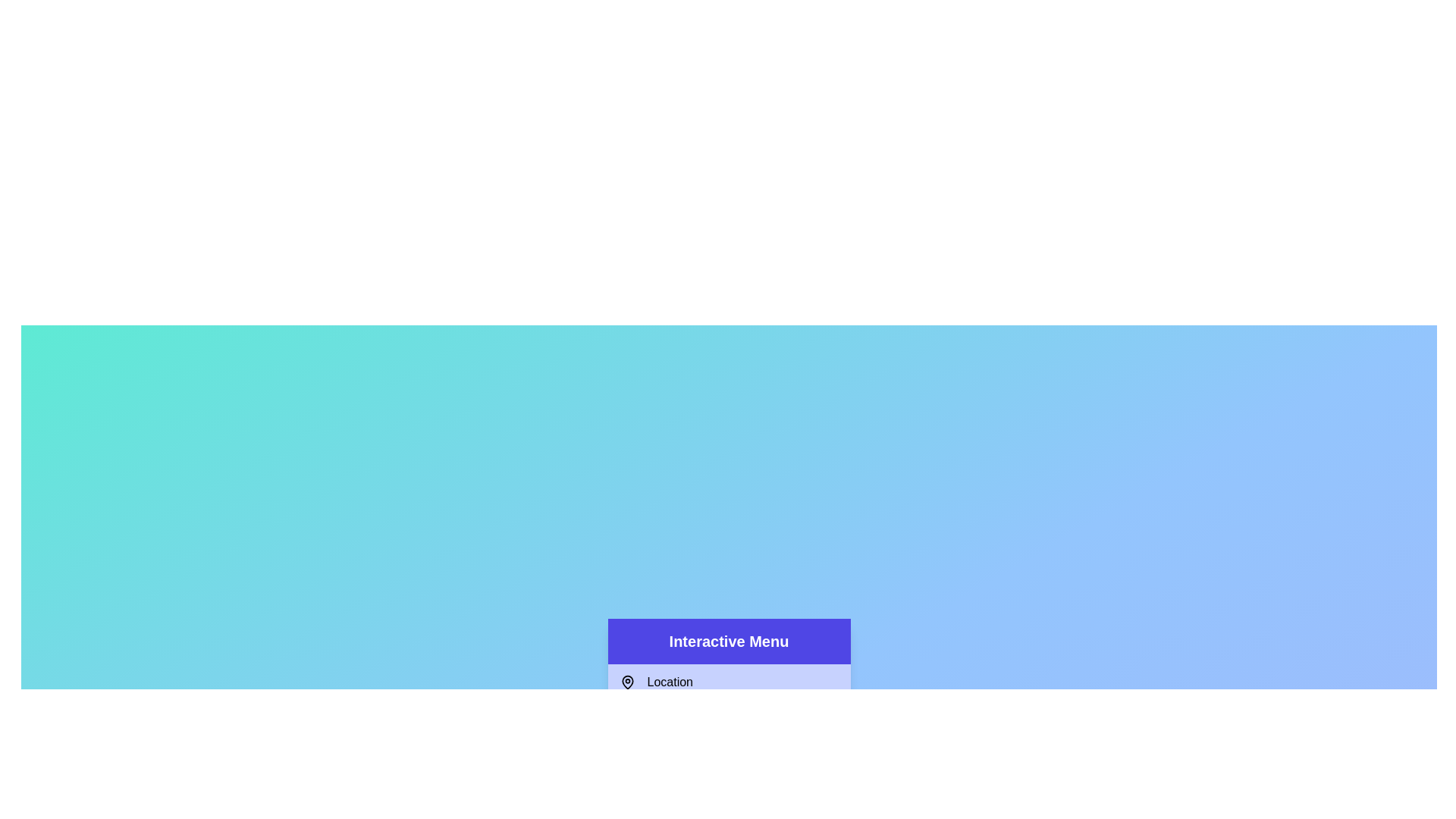 The width and height of the screenshot is (1456, 819). I want to click on the menu item labeled 'Location' to view its detailed information, so click(729, 681).